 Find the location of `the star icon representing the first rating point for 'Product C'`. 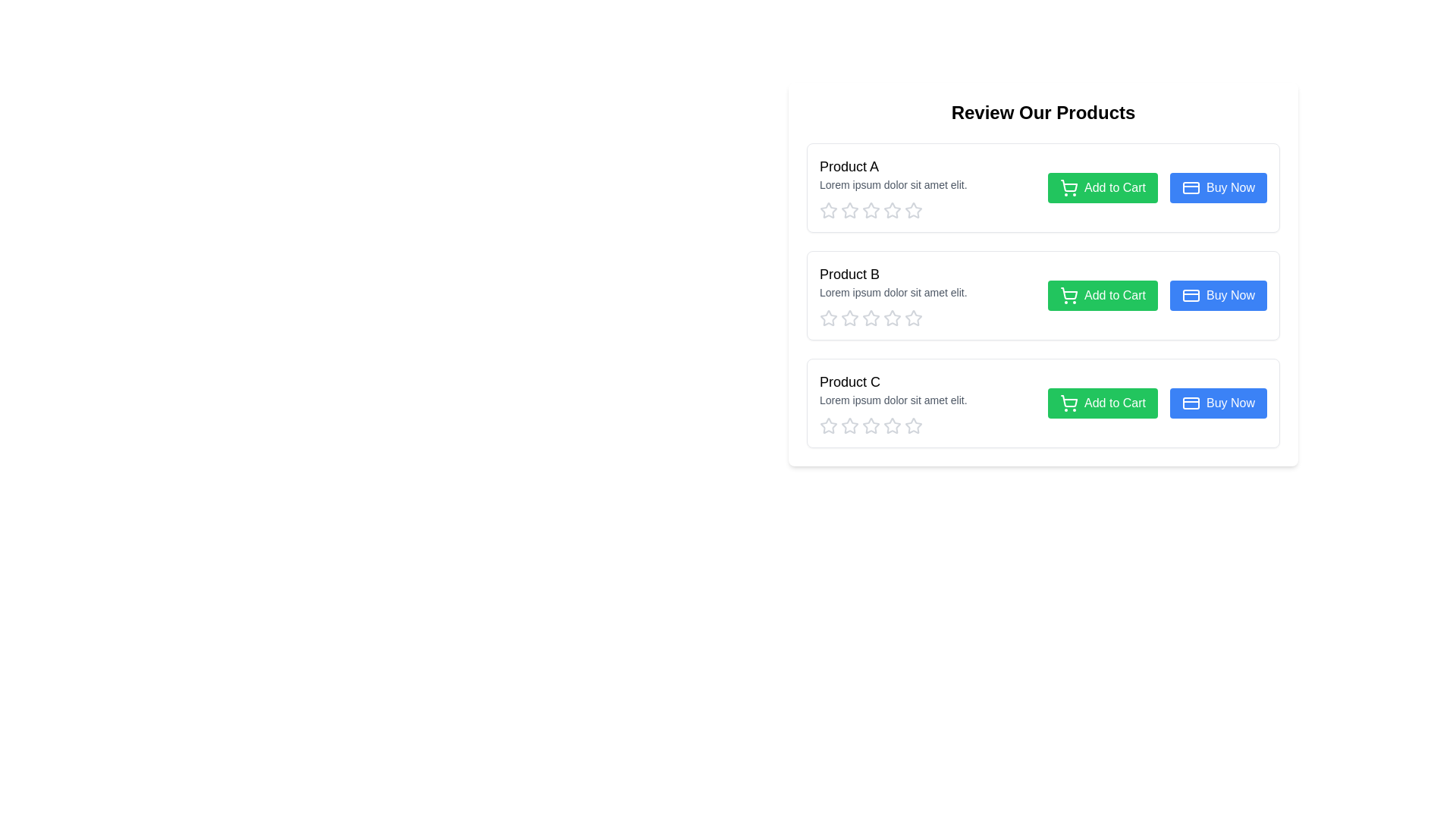

the star icon representing the first rating point for 'Product C' is located at coordinates (828, 425).